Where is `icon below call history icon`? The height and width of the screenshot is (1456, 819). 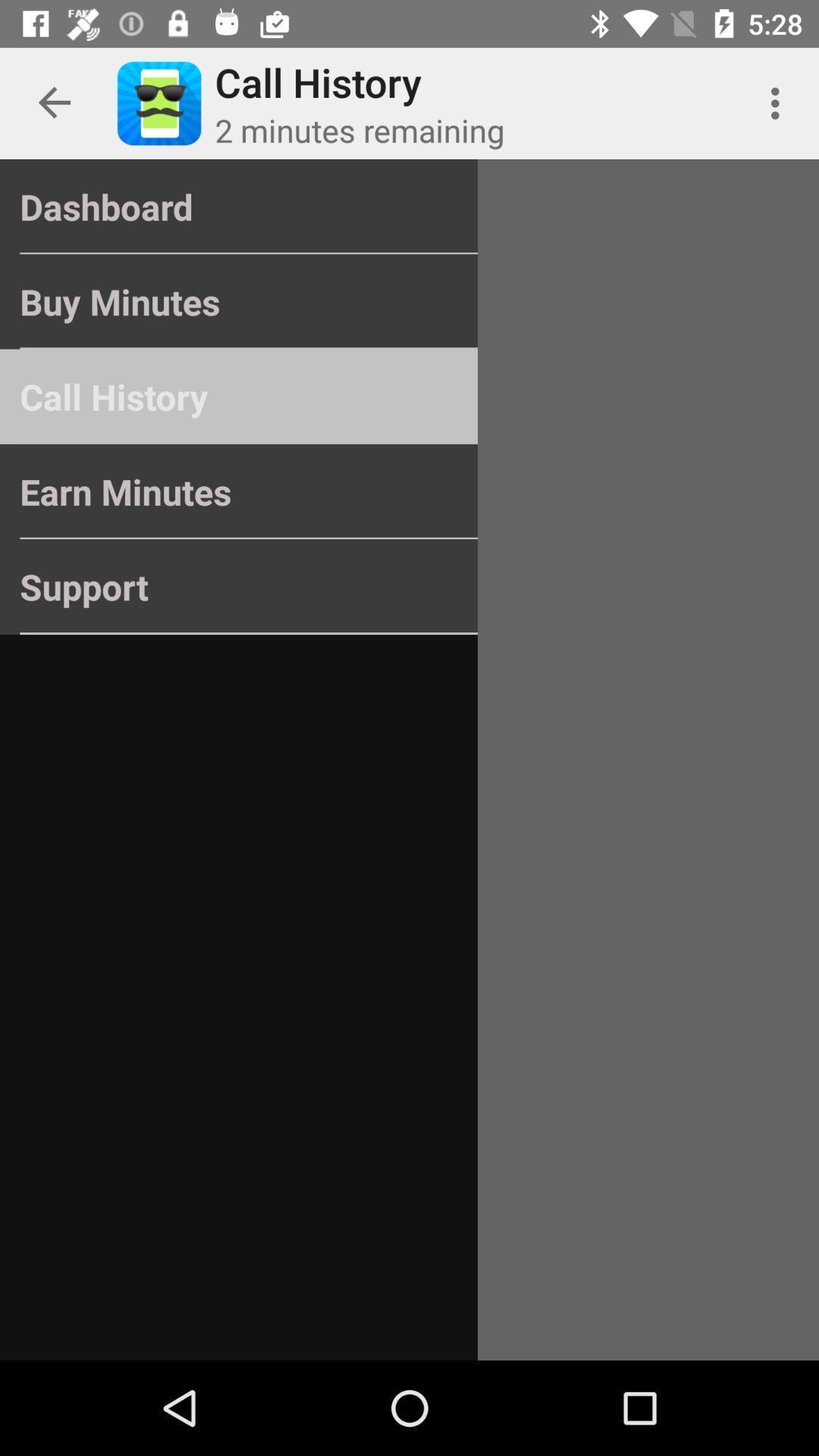 icon below call history icon is located at coordinates (239, 491).